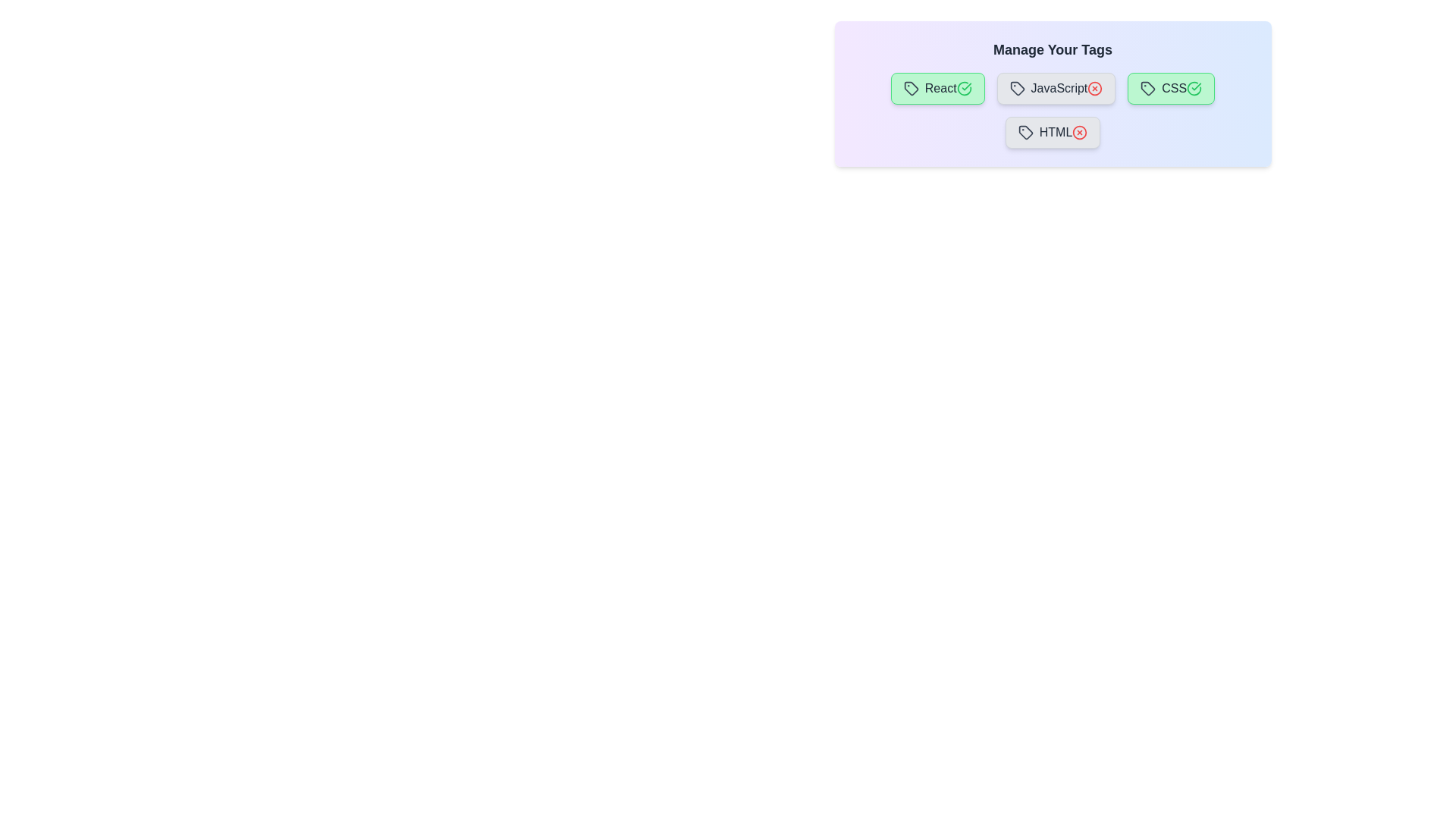  What do you see at coordinates (1170, 88) in the screenshot?
I see `the tag labeled CSS` at bounding box center [1170, 88].